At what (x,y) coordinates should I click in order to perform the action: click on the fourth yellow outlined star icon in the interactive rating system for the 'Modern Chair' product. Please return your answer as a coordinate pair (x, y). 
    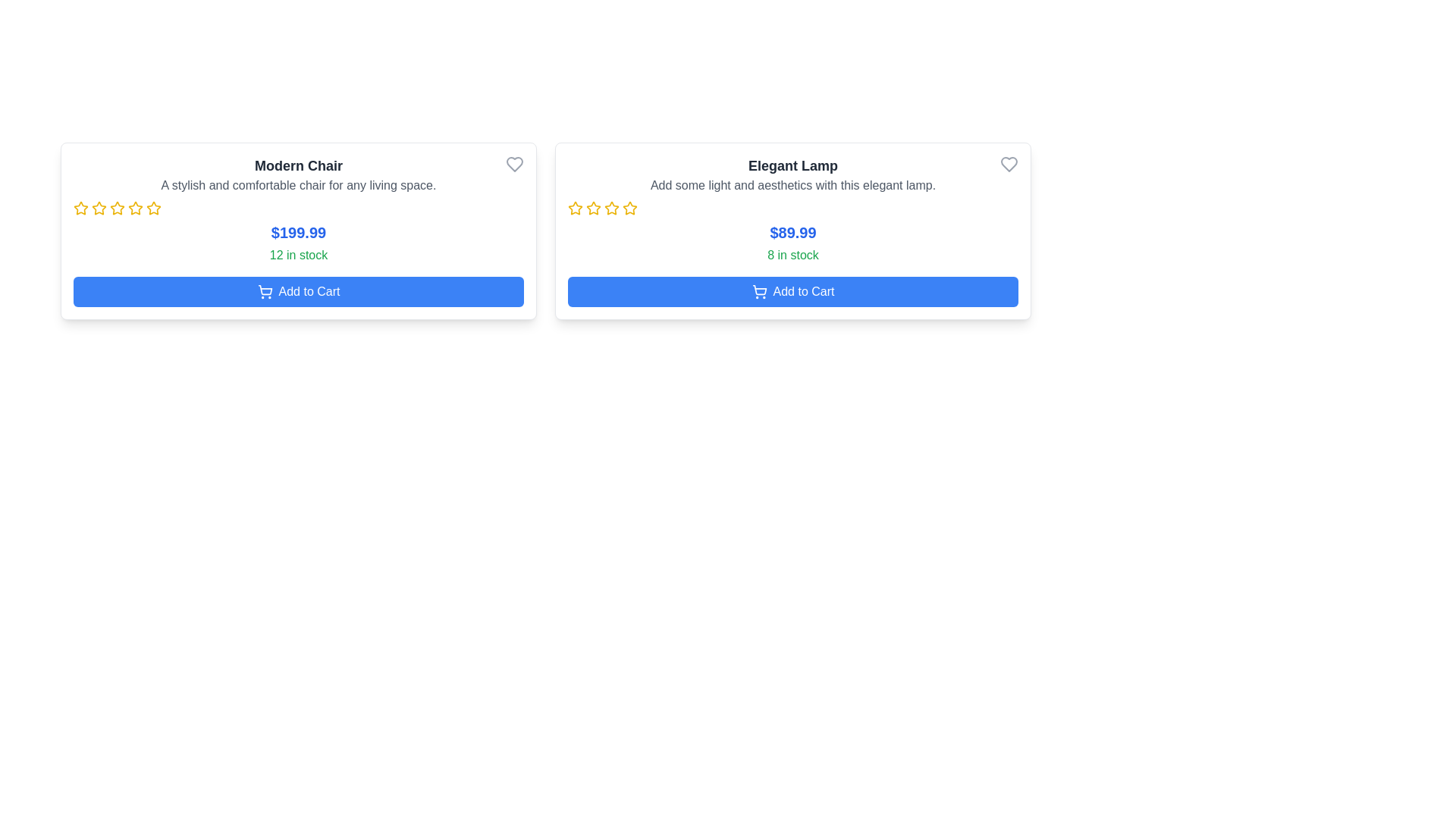
    Looking at the image, I should click on (116, 208).